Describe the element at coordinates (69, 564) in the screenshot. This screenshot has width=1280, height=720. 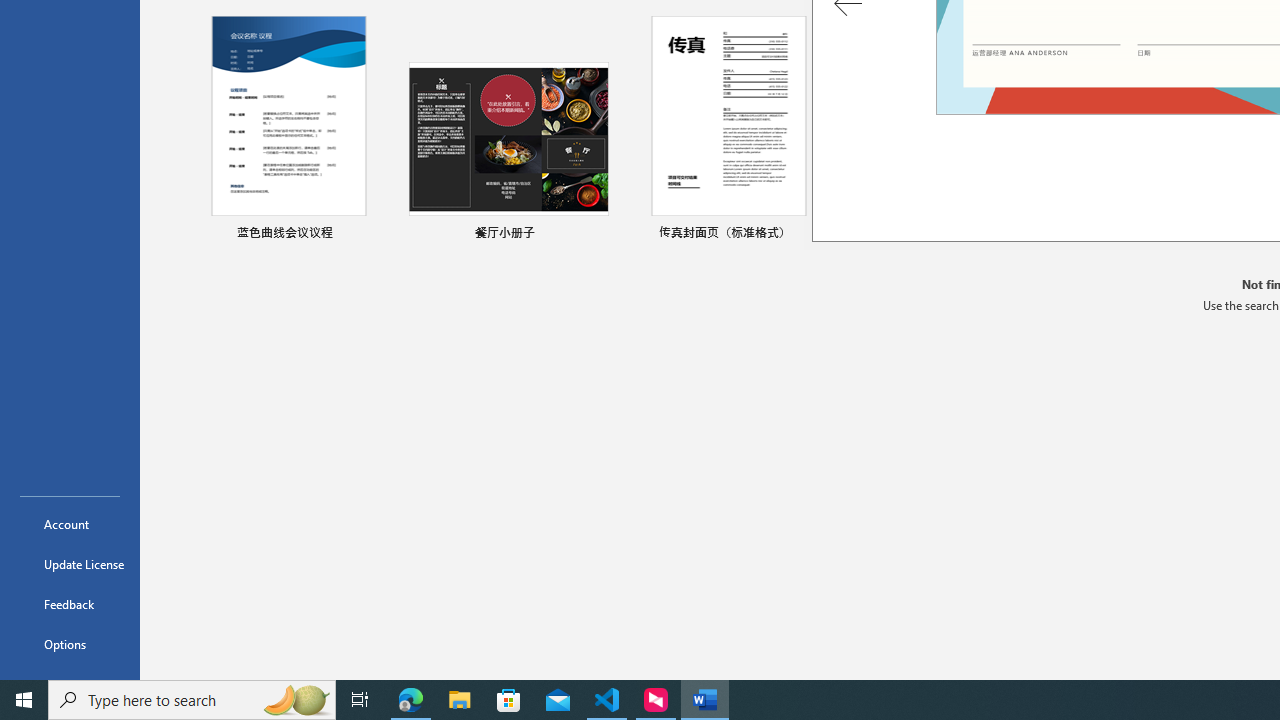
I see `'Update License'` at that location.